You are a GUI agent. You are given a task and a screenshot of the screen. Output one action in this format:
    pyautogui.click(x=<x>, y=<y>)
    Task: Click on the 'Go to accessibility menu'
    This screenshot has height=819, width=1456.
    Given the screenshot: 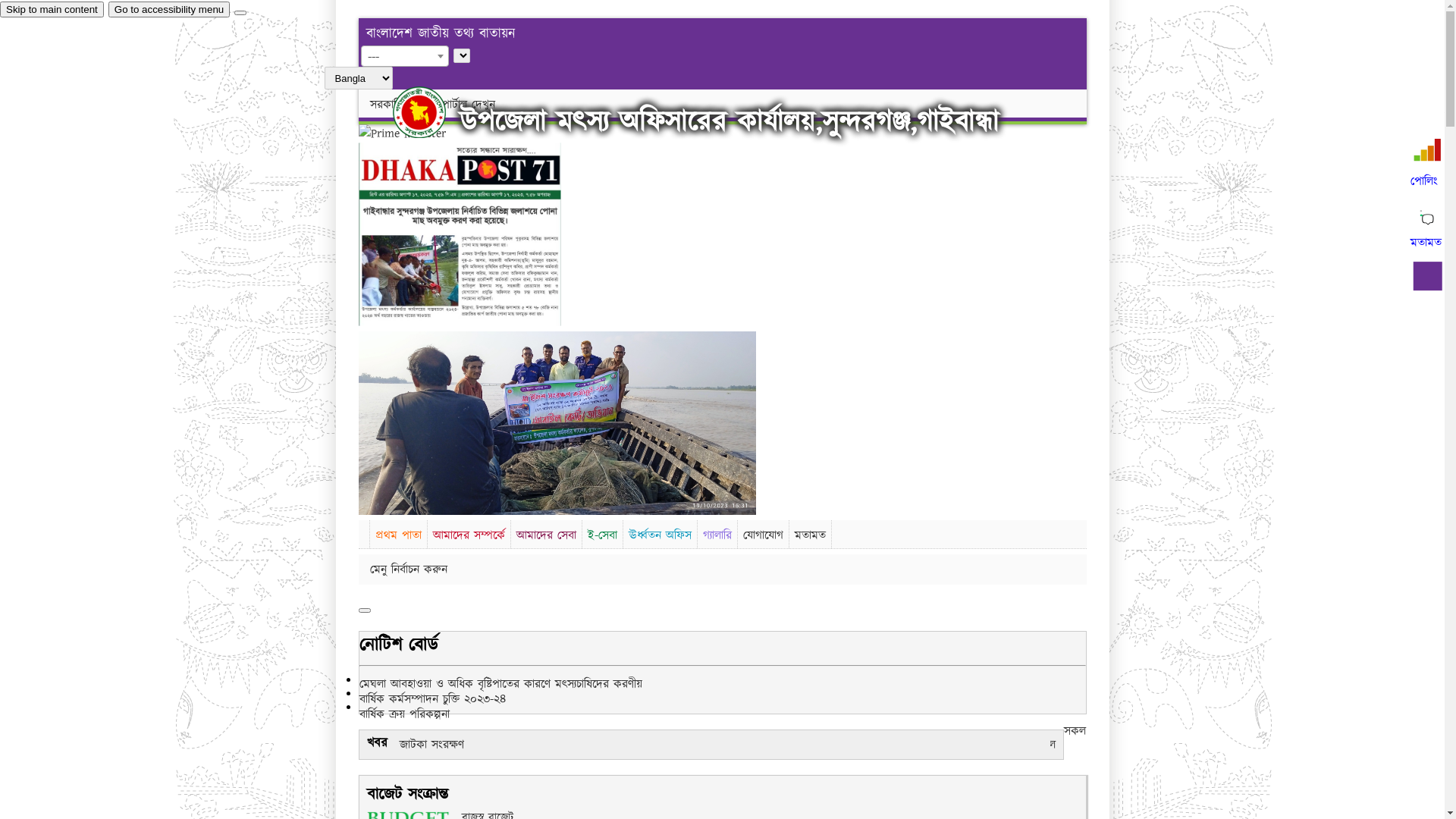 What is the action you would take?
    pyautogui.click(x=168, y=9)
    